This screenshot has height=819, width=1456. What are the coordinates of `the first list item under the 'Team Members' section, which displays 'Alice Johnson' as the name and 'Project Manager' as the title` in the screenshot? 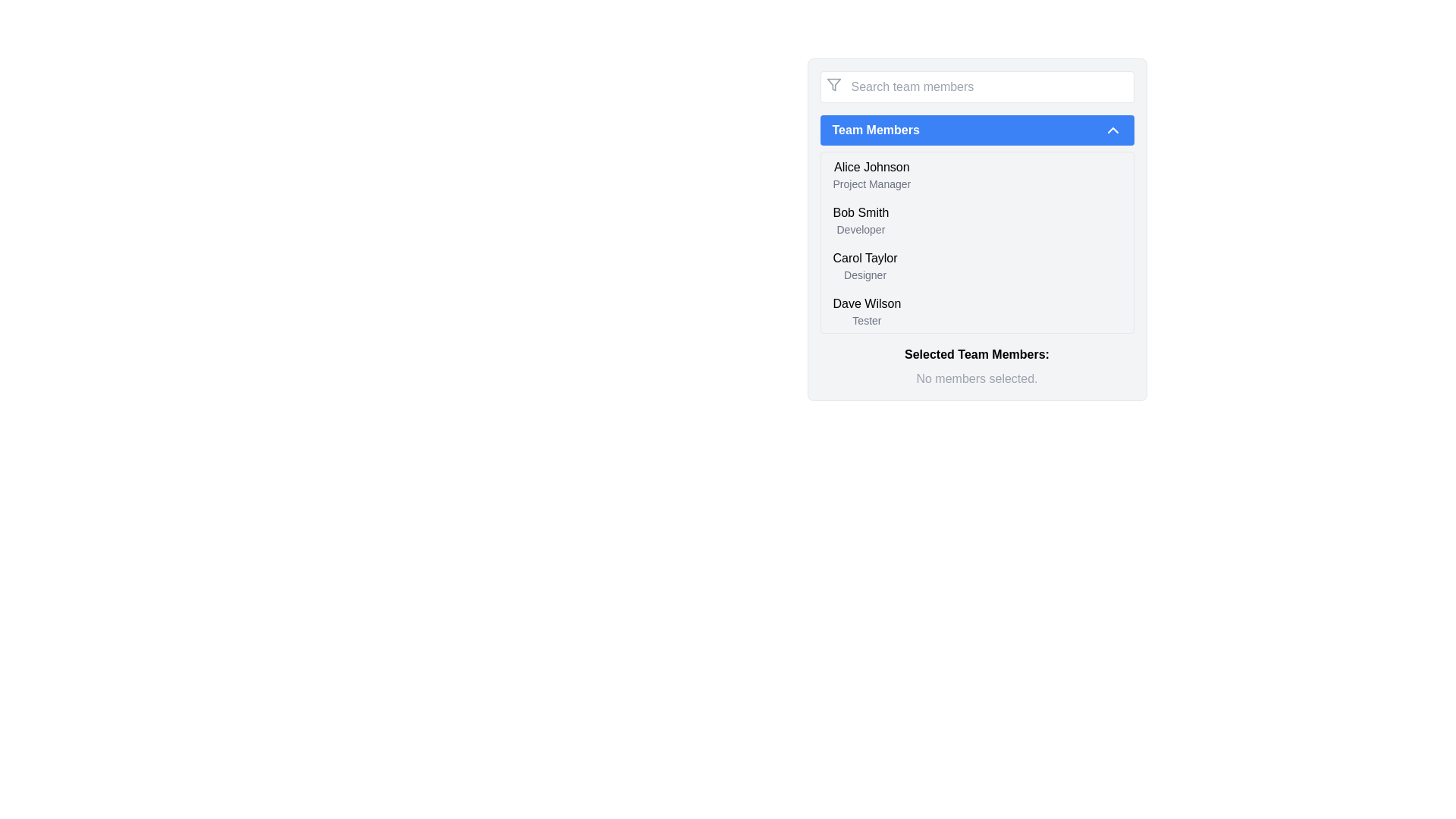 It's located at (871, 174).